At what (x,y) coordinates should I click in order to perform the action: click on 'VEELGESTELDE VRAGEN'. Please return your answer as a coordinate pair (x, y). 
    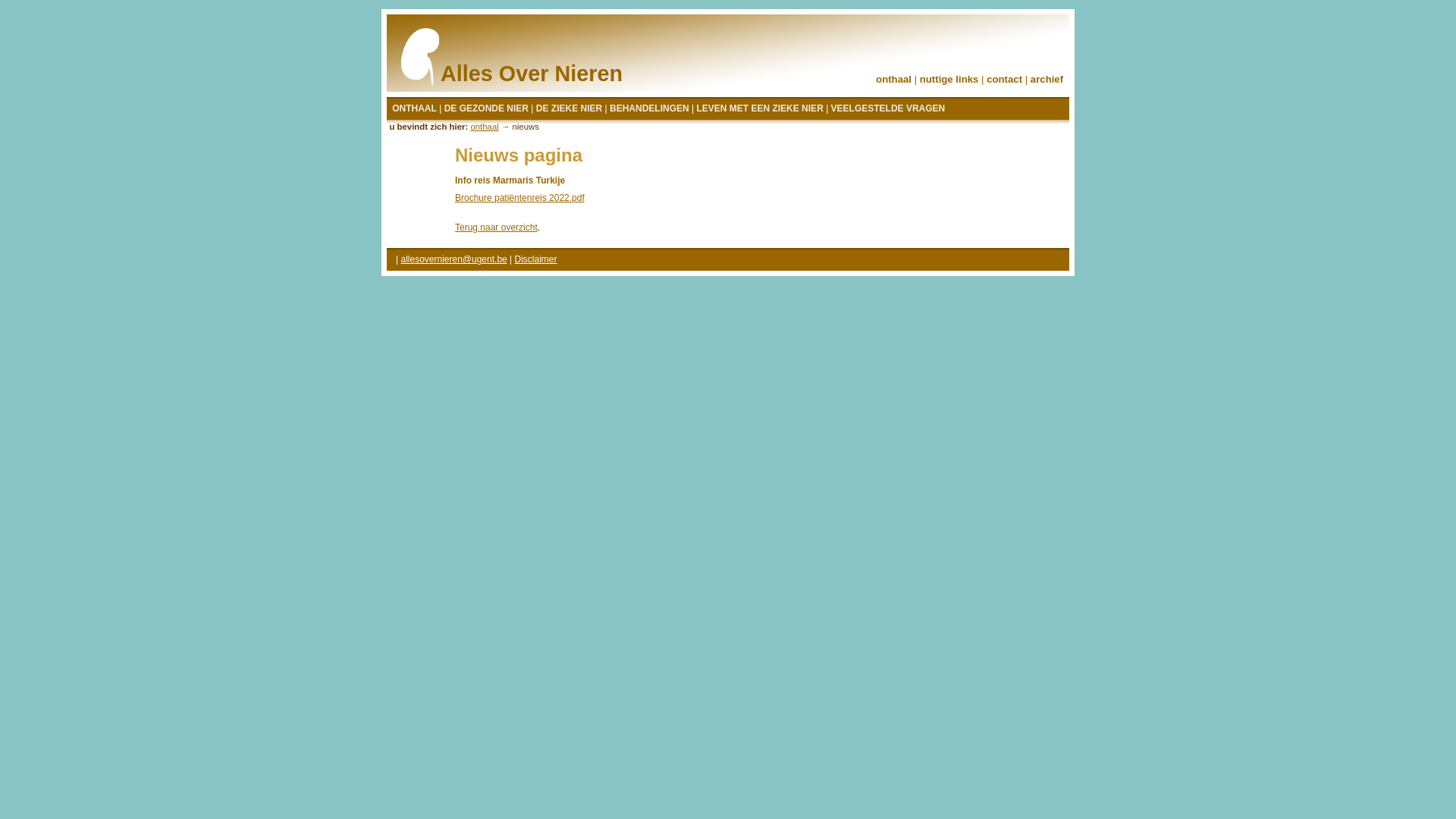
    Looking at the image, I should click on (888, 108).